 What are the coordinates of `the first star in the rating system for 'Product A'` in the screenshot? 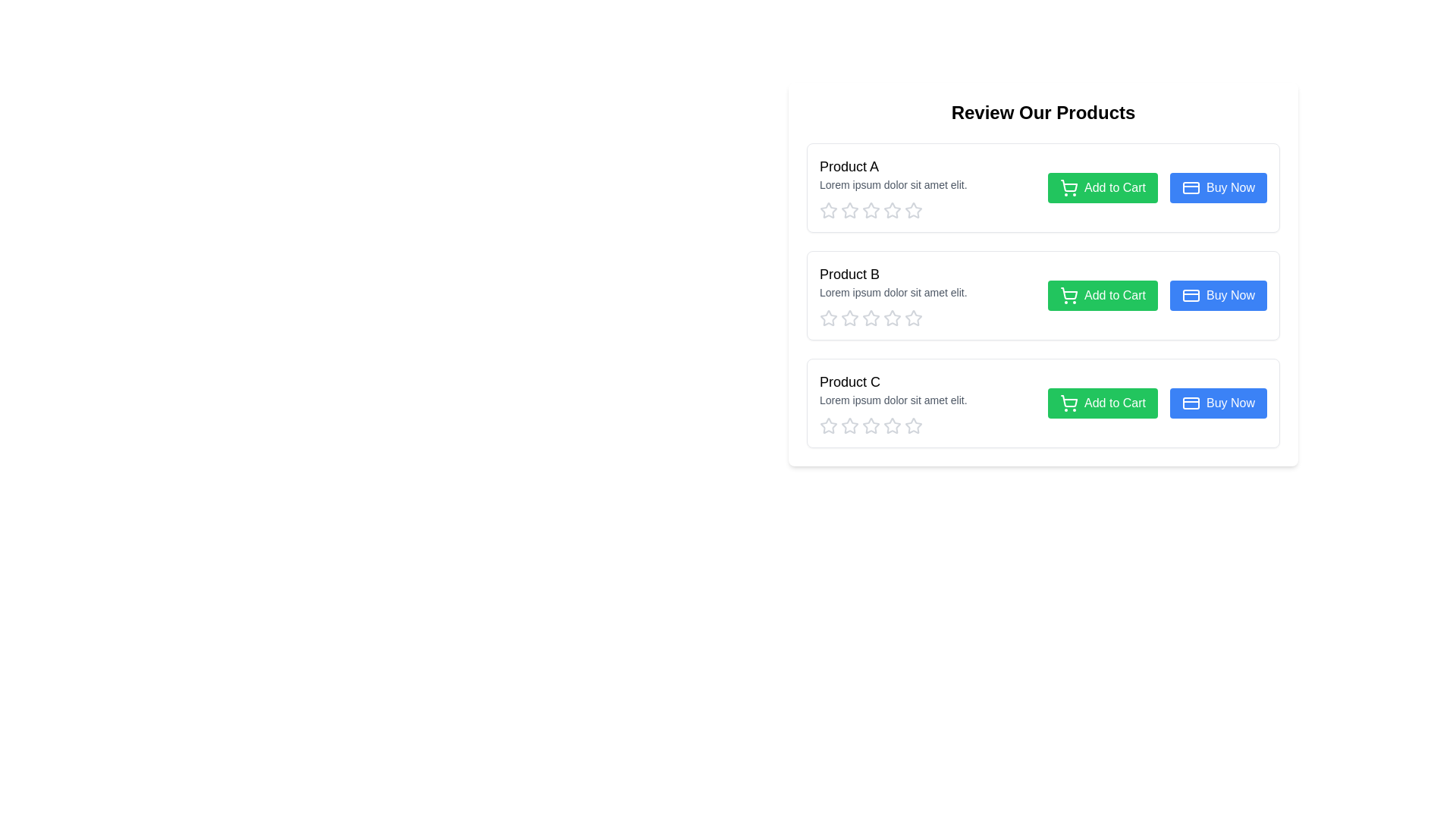 It's located at (828, 210).